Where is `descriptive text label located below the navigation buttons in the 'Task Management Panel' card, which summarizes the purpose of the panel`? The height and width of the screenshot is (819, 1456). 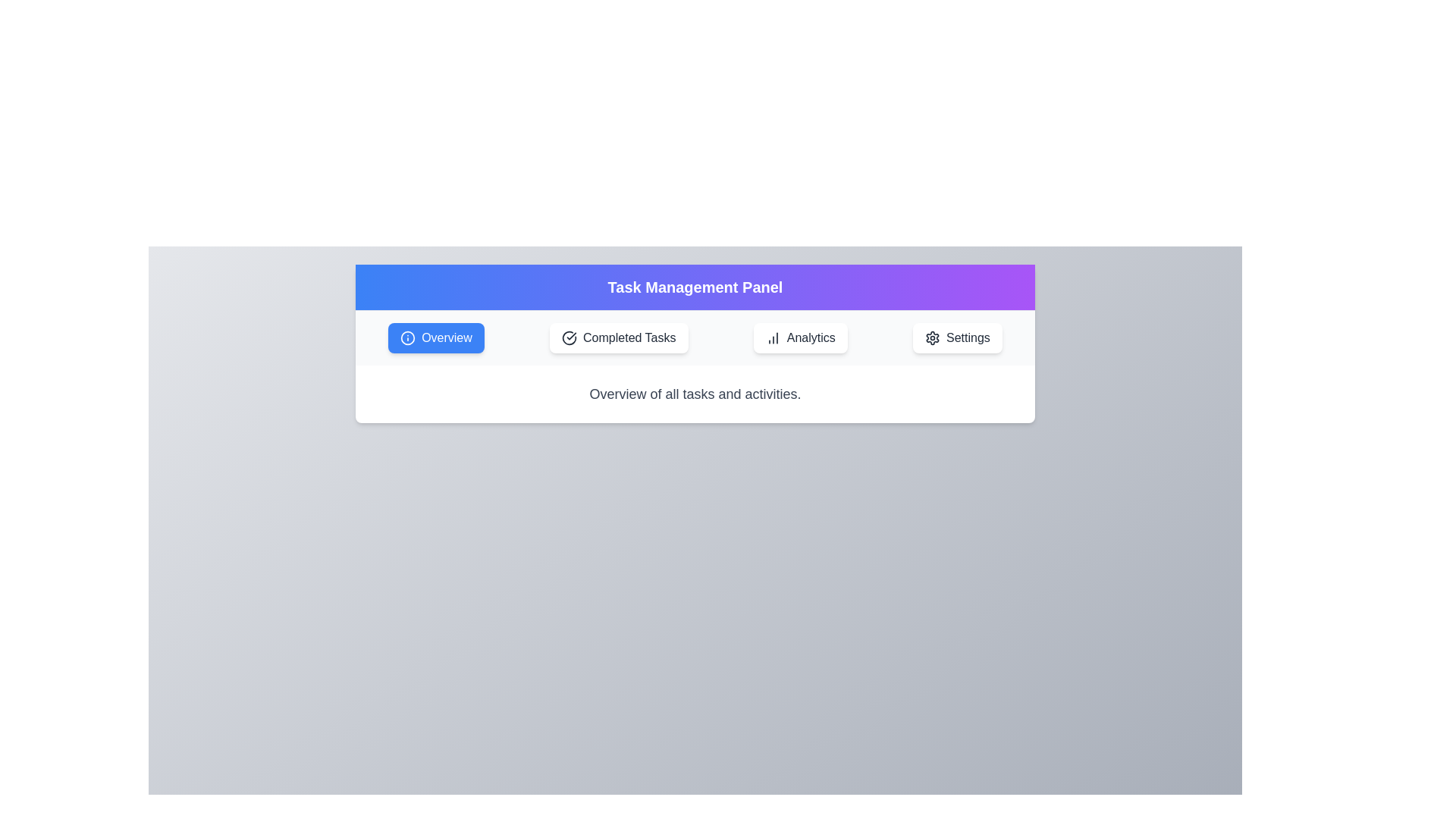
descriptive text label located below the navigation buttons in the 'Task Management Panel' card, which summarizes the purpose of the panel is located at coordinates (694, 394).